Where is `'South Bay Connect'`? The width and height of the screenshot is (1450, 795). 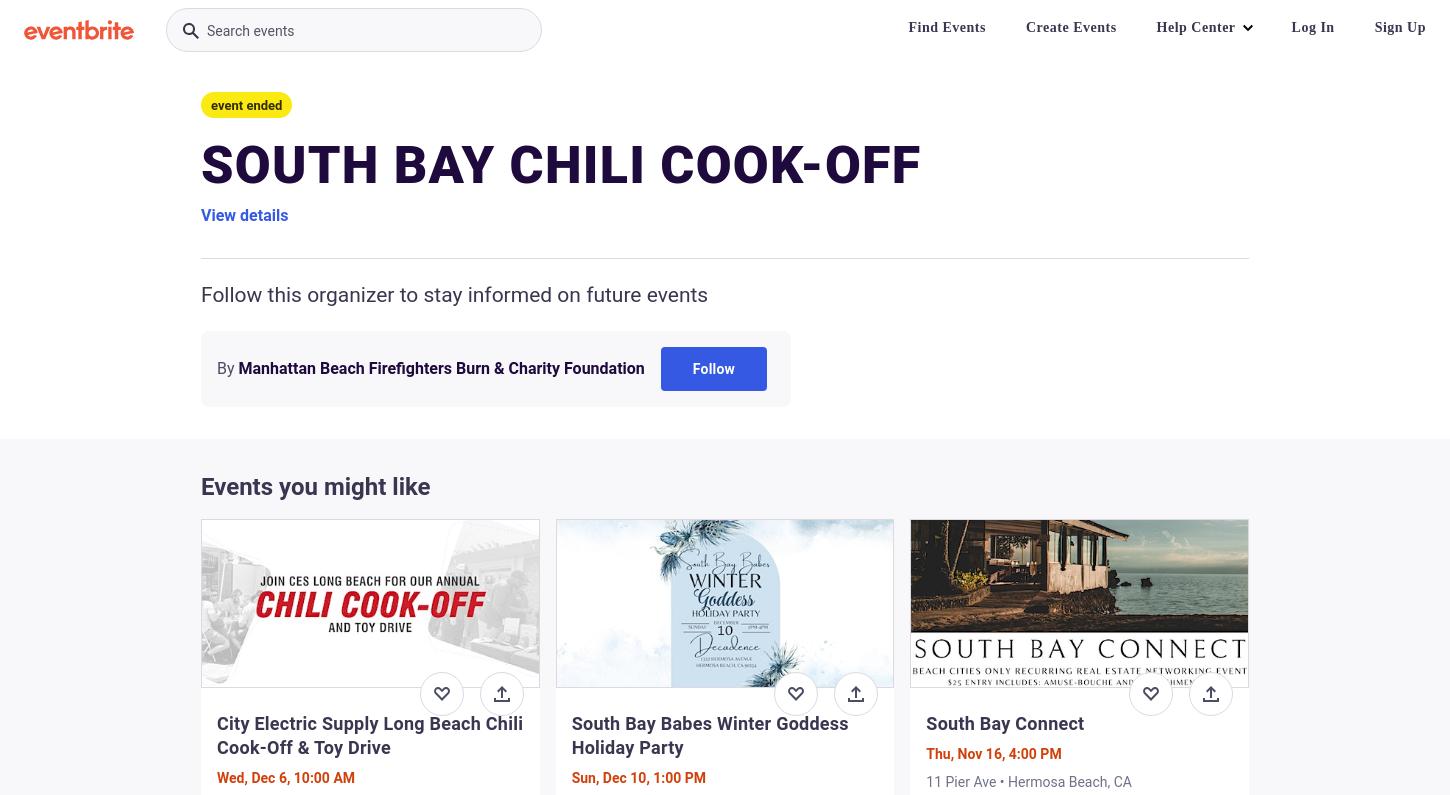
'South Bay Connect' is located at coordinates (1004, 722).